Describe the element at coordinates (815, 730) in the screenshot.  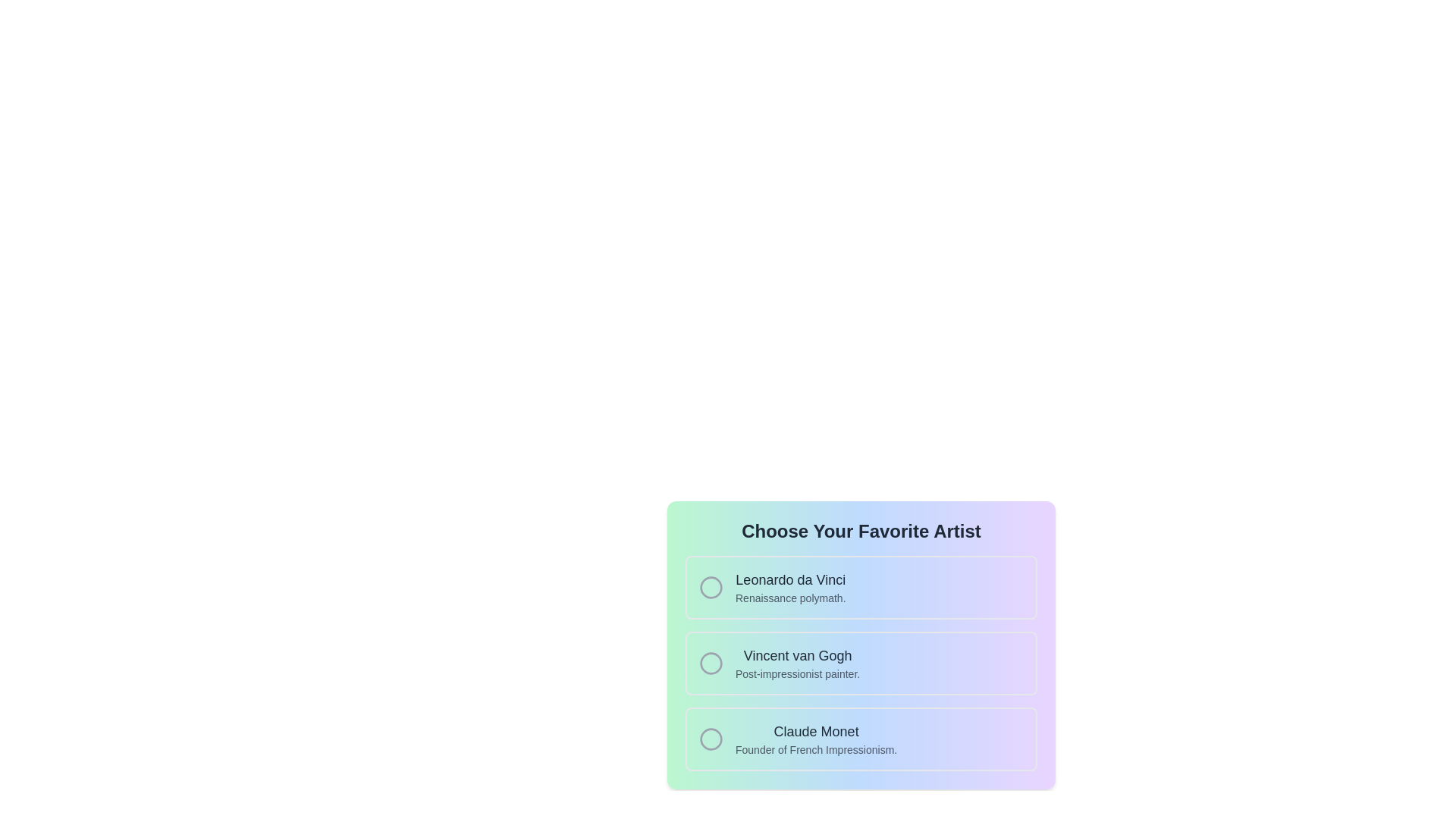
I see `the text label for 'Claude Monet', the third selectable artist option in the list under 'Choose Your Favorite Artist.'` at that location.